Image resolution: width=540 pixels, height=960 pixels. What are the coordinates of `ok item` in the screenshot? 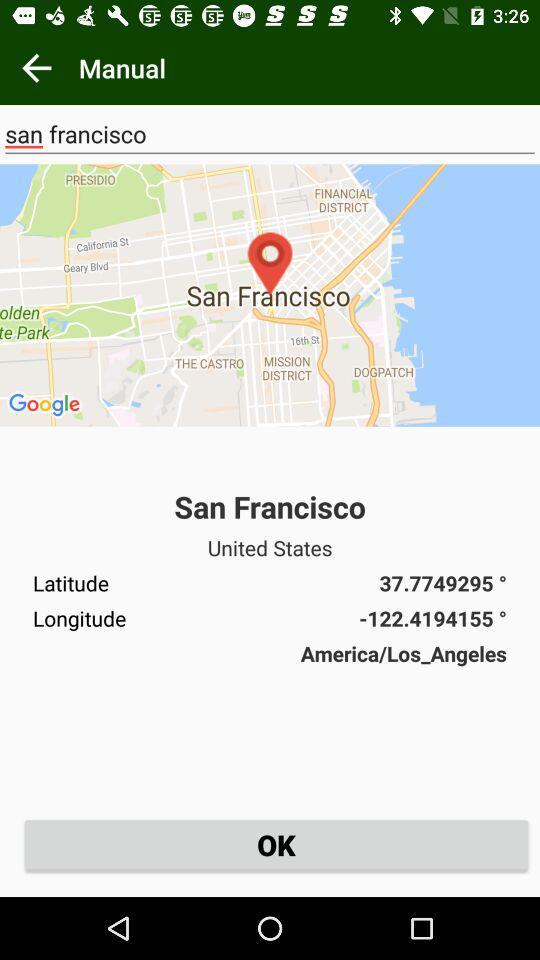 It's located at (275, 843).